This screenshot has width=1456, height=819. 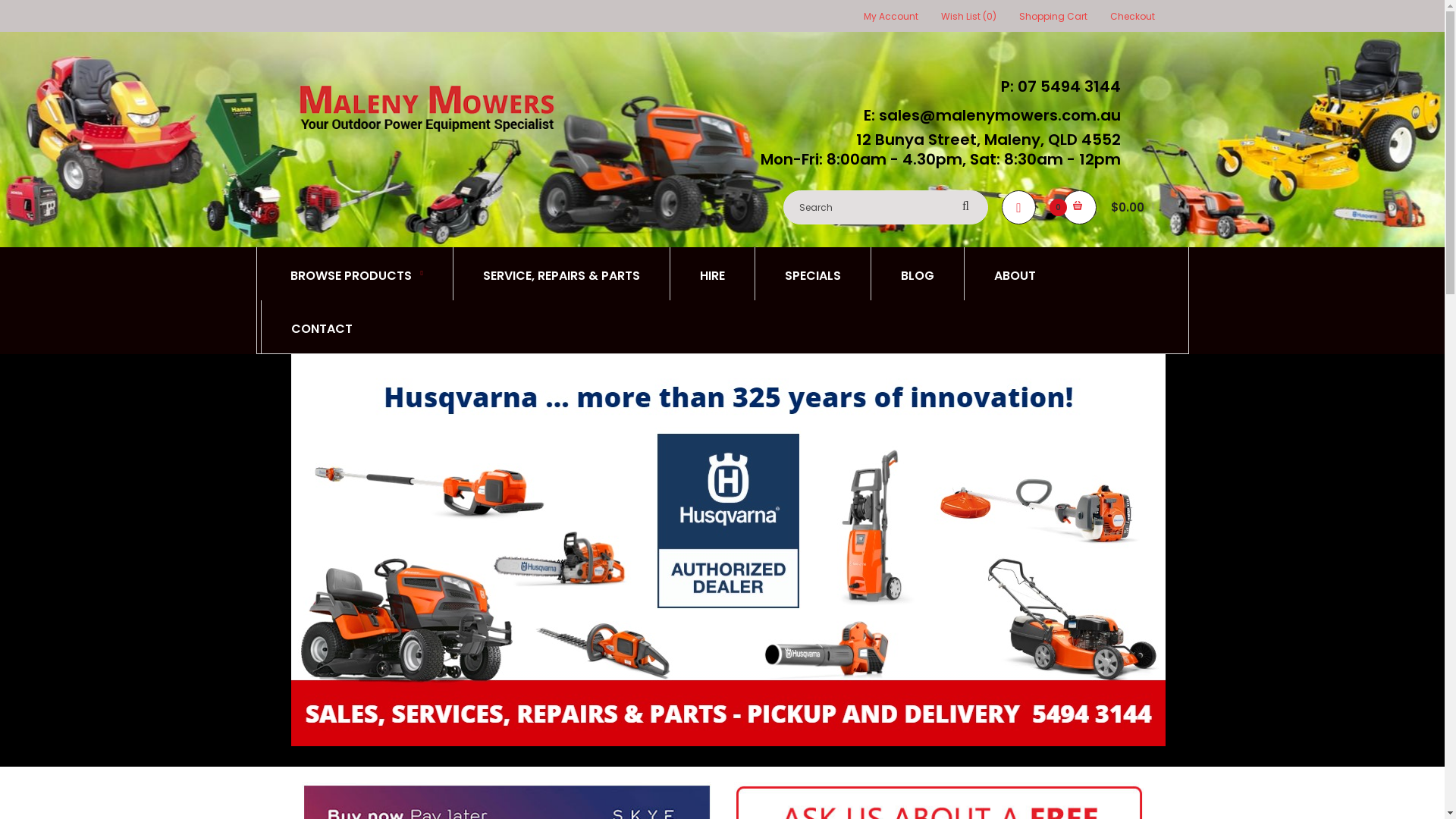 What do you see at coordinates (890, 16) in the screenshot?
I see `'My Account'` at bounding box center [890, 16].